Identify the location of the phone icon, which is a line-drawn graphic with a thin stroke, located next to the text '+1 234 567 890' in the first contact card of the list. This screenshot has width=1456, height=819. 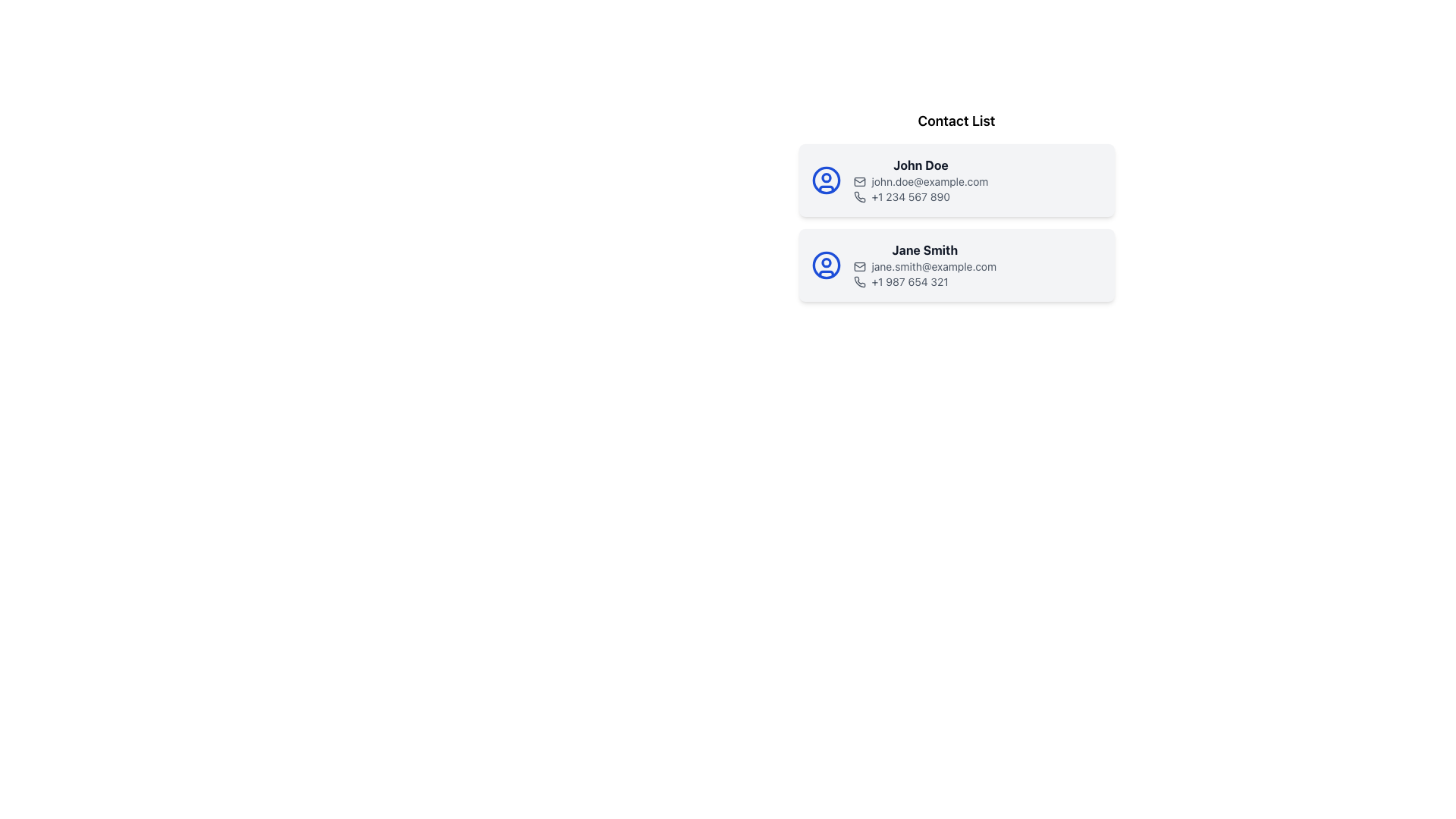
(859, 196).